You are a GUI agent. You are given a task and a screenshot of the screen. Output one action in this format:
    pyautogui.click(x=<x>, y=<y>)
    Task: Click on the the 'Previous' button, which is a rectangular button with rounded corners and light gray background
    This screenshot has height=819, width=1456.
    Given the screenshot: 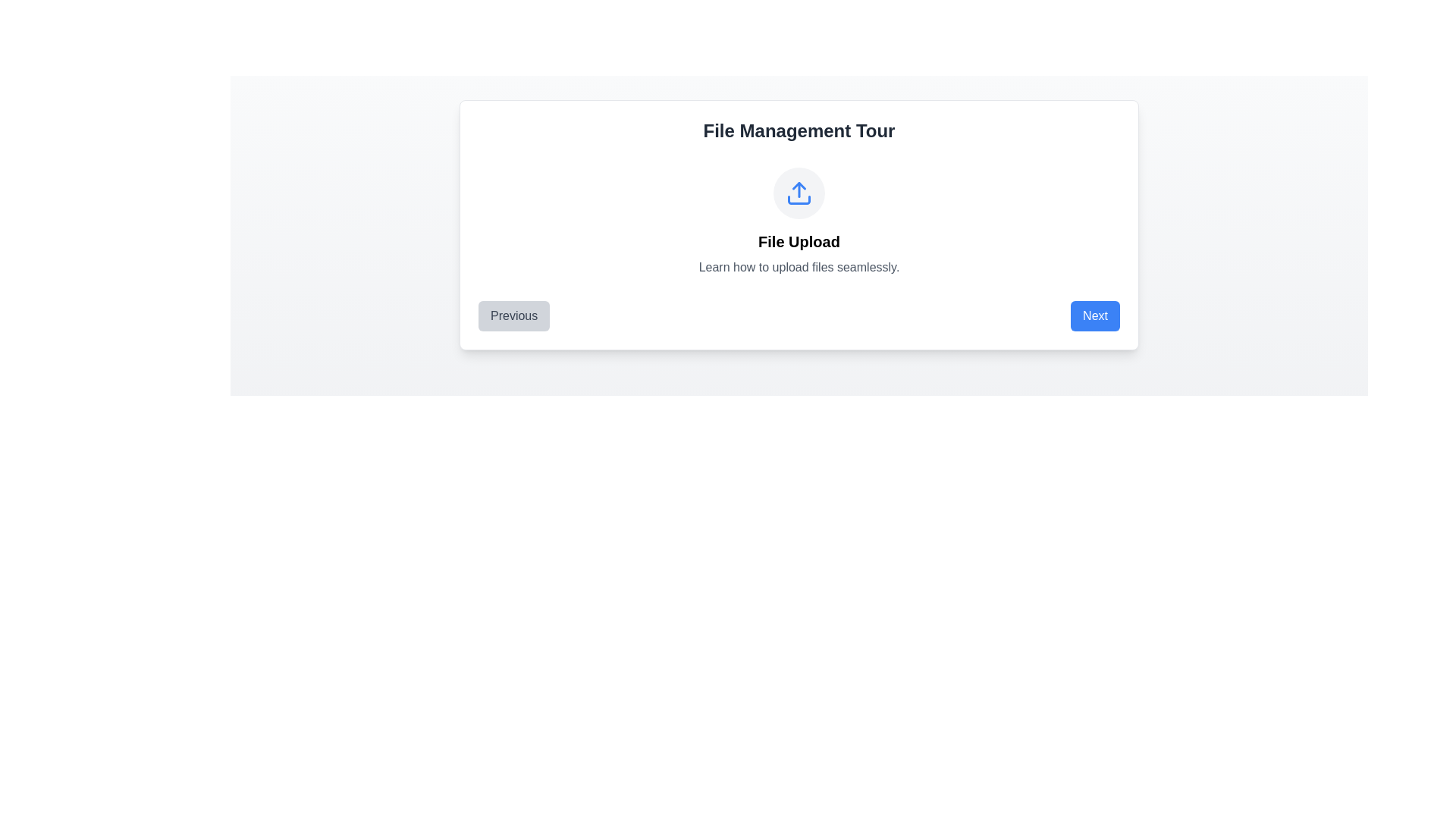 What is the action you would take?
    pyautogui.click(x=514, y=315)
    